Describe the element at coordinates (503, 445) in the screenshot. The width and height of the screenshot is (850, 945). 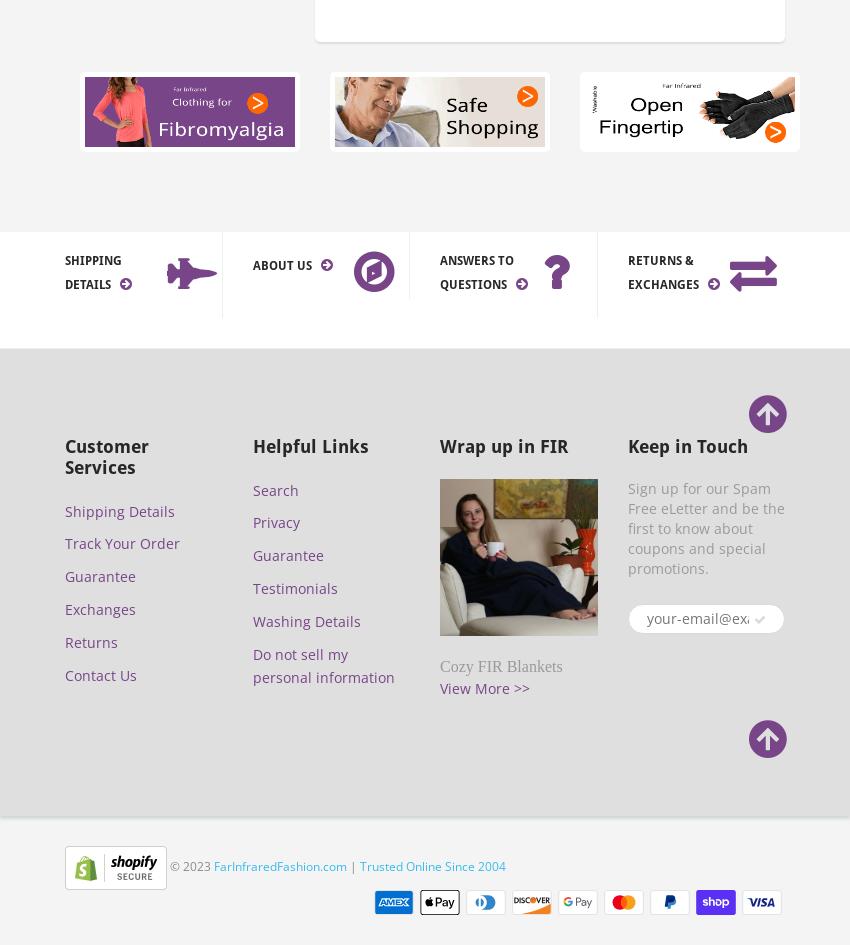
I see `'Wrap up in FIR'` at that location.